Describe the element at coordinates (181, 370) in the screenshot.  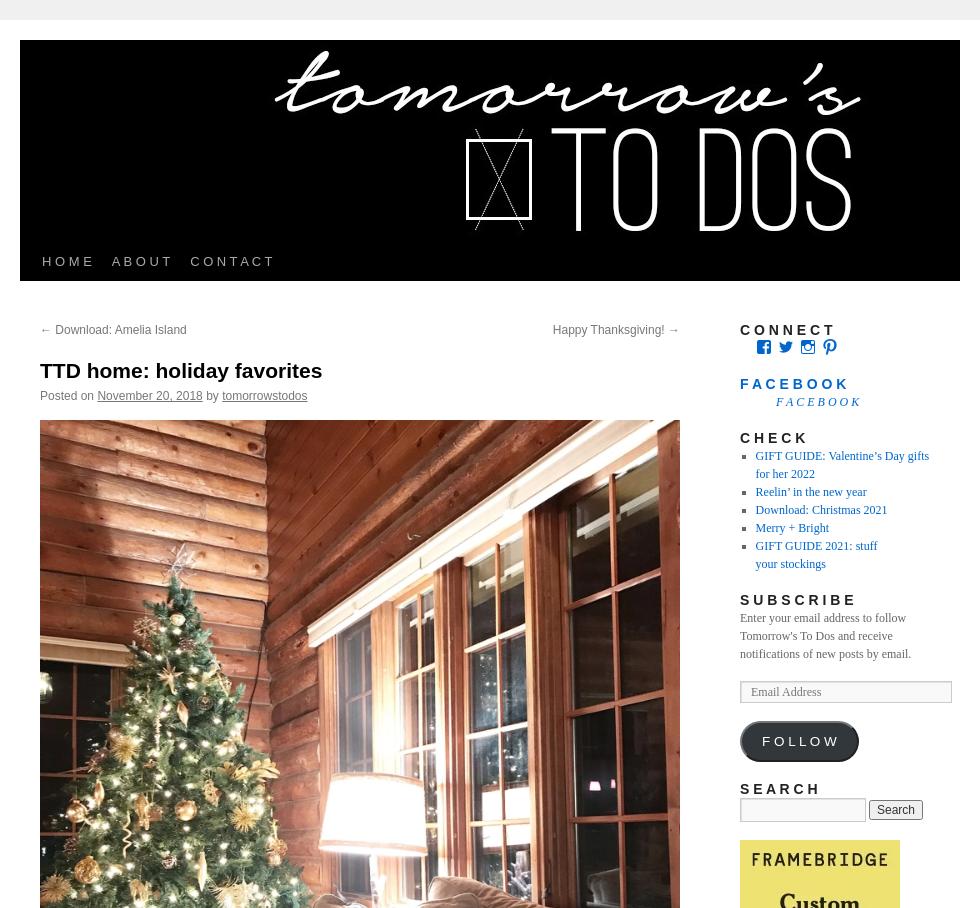
I see `'TTD home: holiday favorites'` at that location.